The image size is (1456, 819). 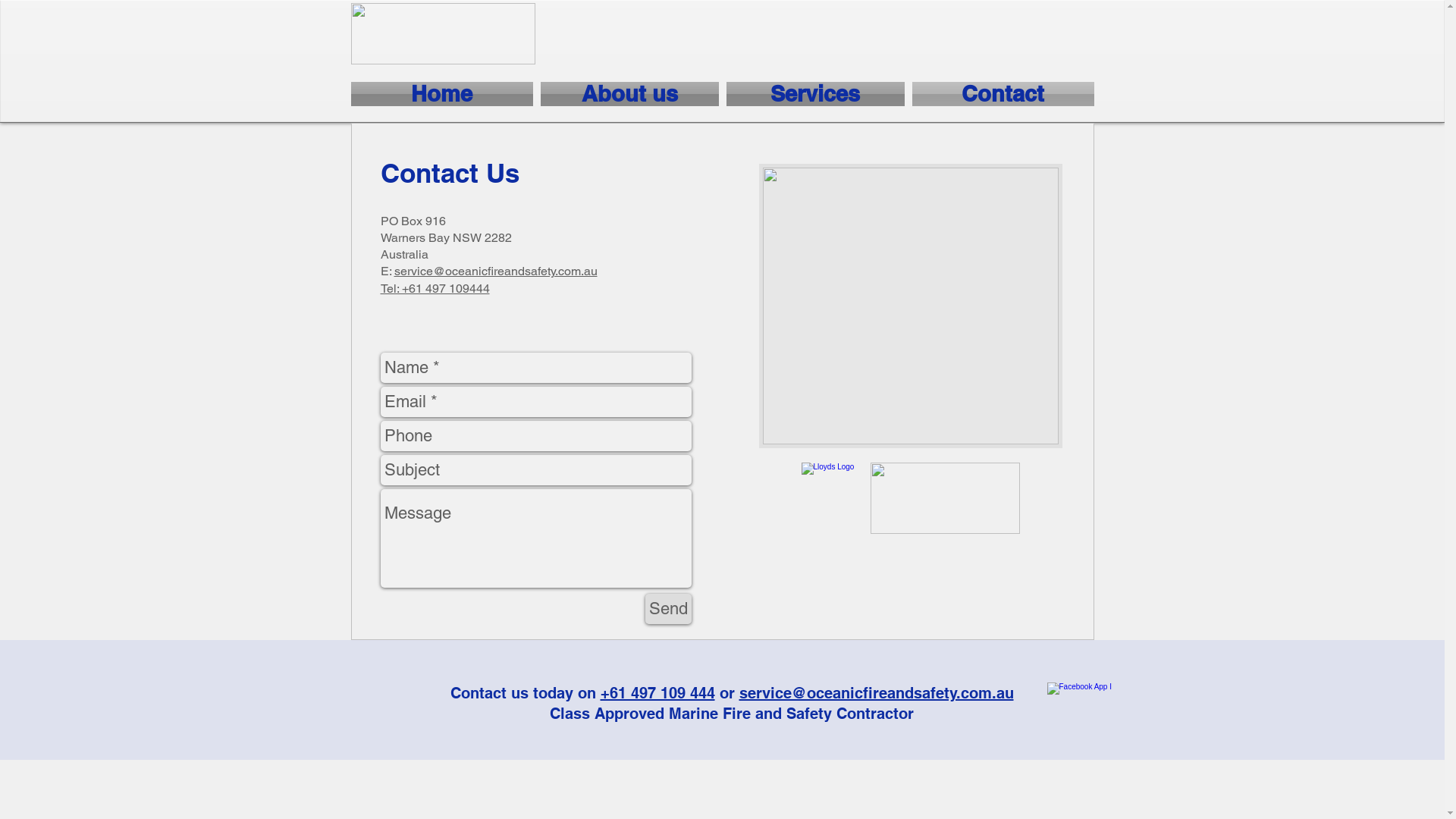 What do you see at coordinates (442, 93) in the screenshot?
I see `'Home'` at bounding box center [442, 93].